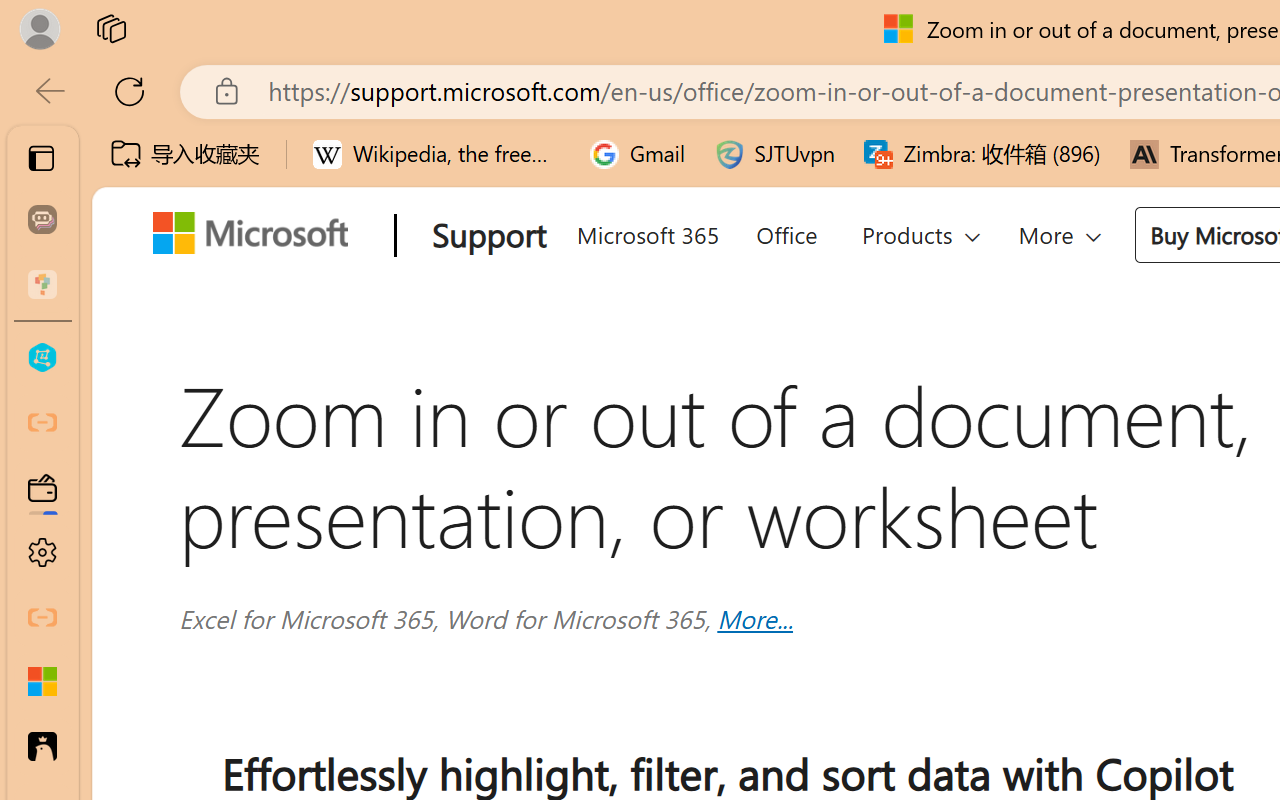 The height and width of the screenshot is (800, 1280). What do you see at coordinates (637, 154) in the screenshot?
I see `'Gmail'` at bounding box center [637, 154].